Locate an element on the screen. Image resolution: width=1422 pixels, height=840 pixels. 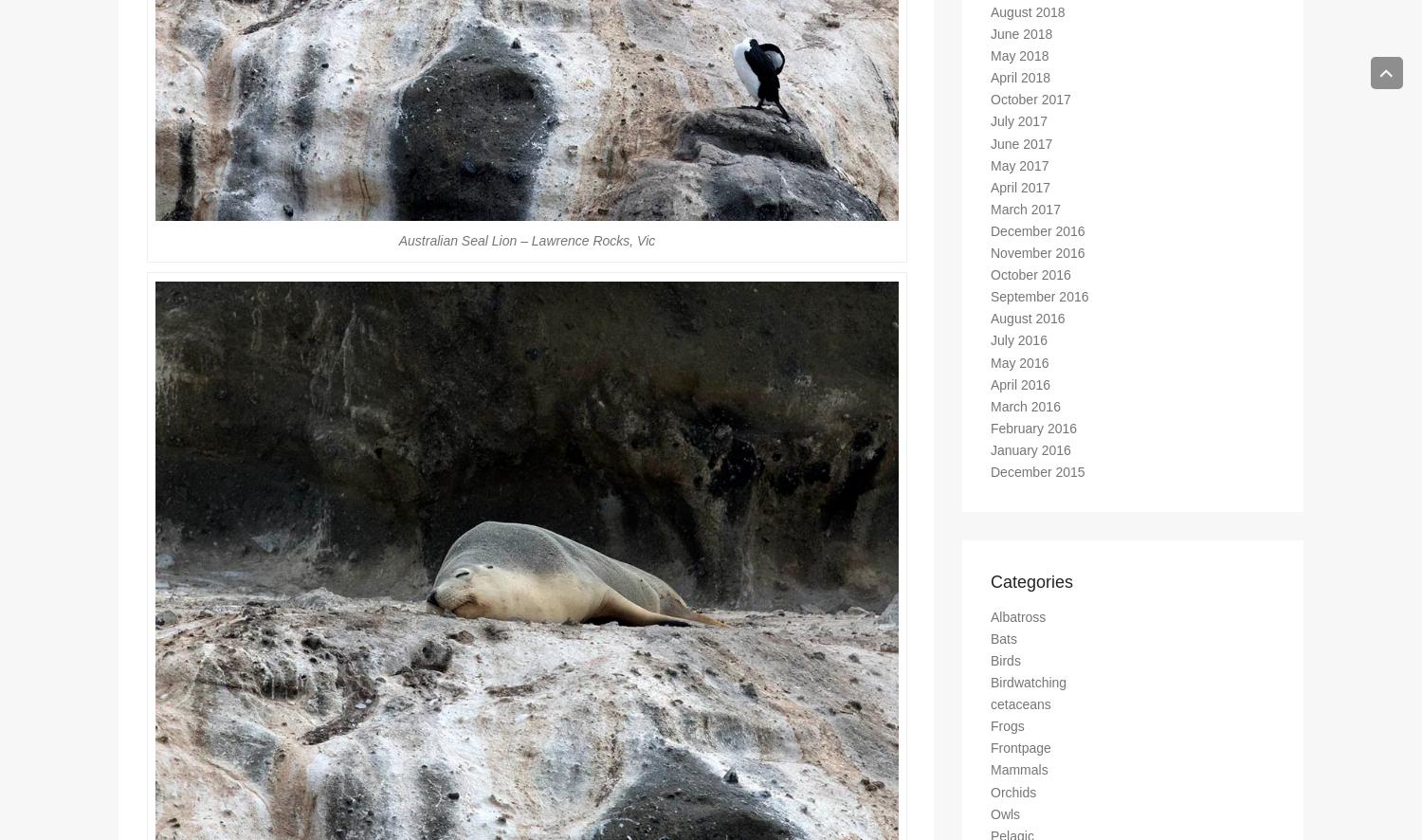
'February 2016' is located at coordinates (1032, 436).